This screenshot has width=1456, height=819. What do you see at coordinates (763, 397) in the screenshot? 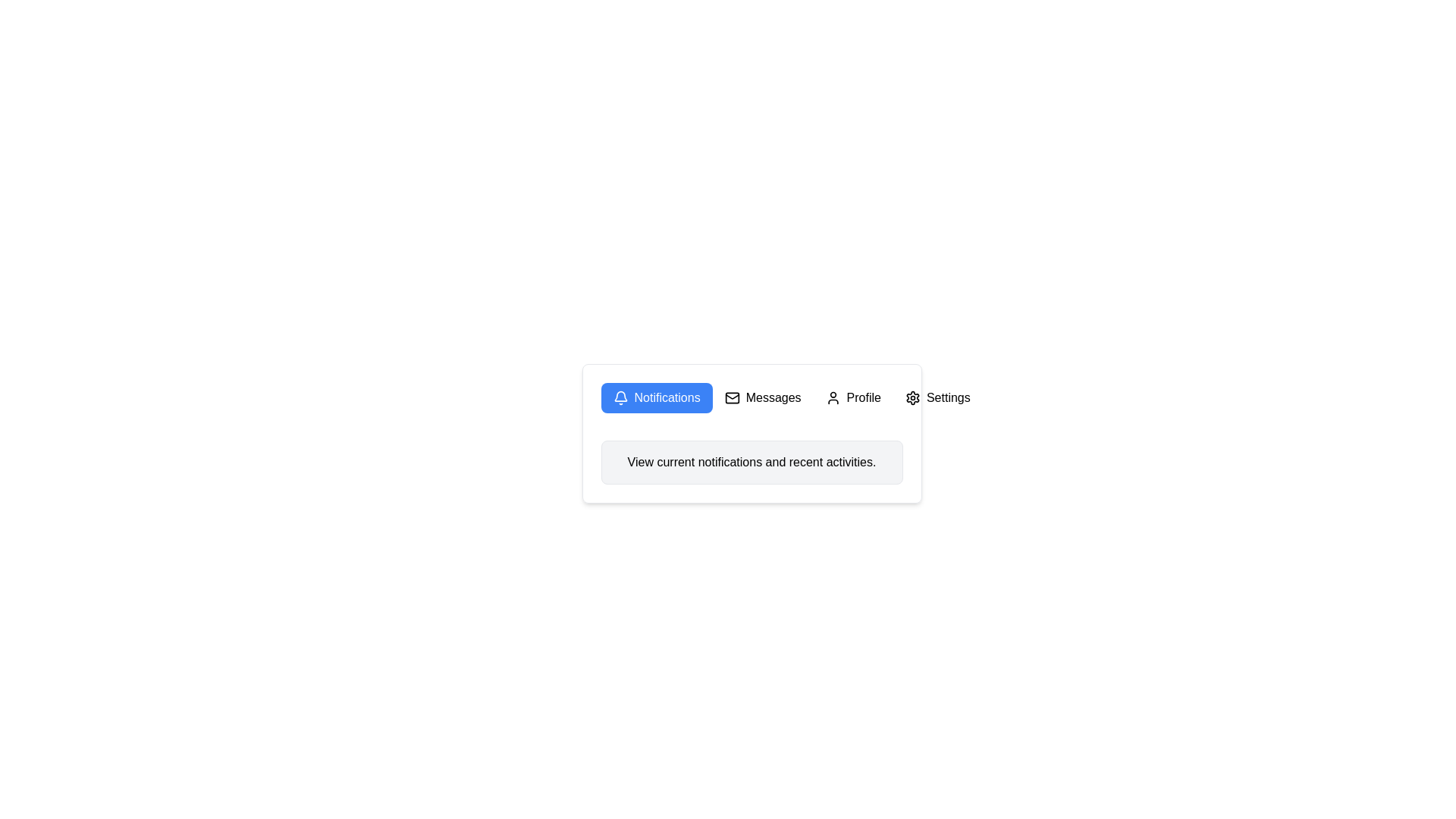
I see `the button located between the 'Notifications' button and the 'Profile' button` at bounding box center [763, 397].